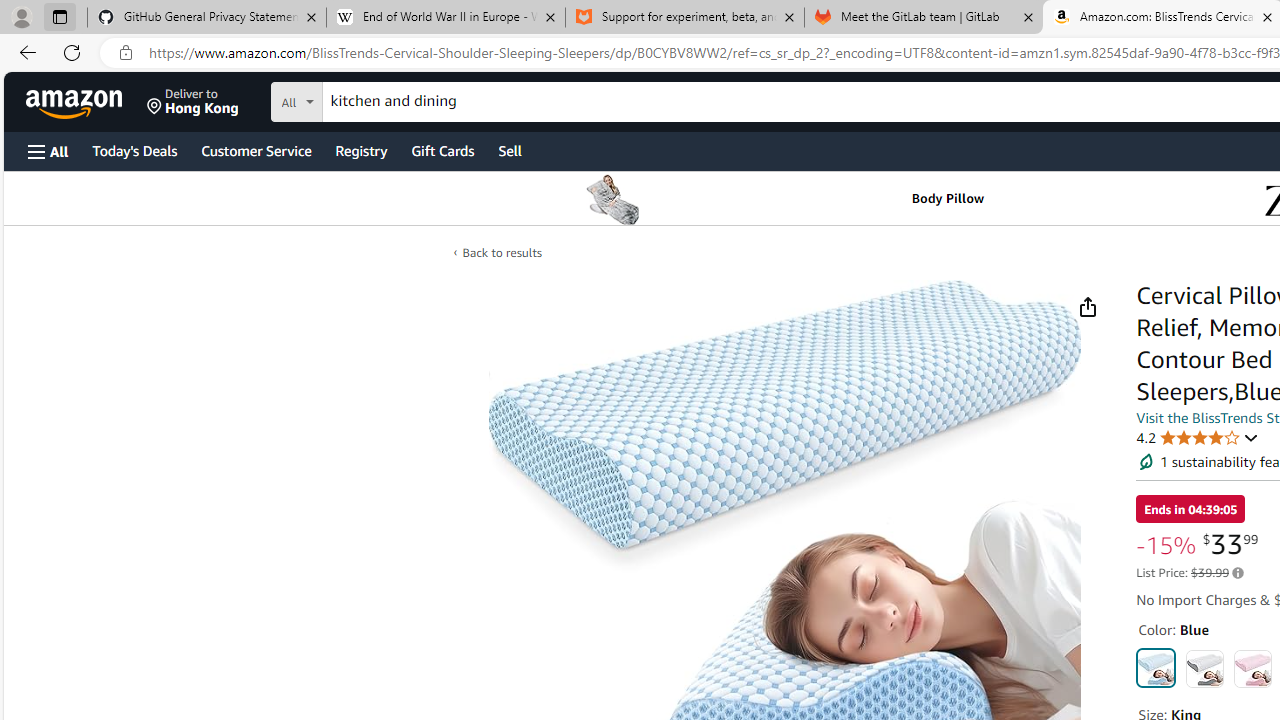 This screenshot has width=1280, height=720. I want to click on 'Grey', so click(1203, 668).